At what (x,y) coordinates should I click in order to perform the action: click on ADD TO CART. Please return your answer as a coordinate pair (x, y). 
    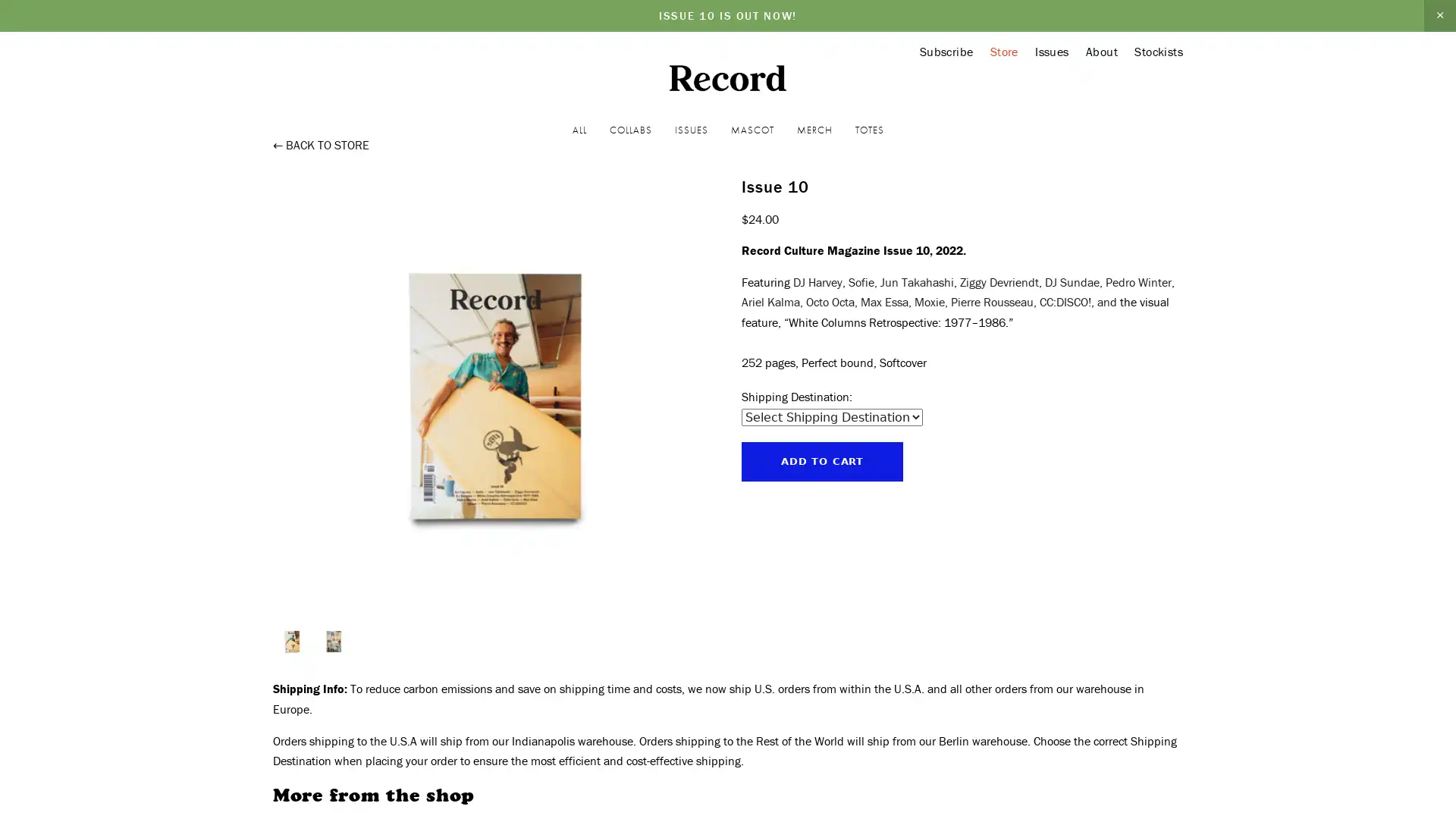
    Looking at the image, I should click on (821, 460).